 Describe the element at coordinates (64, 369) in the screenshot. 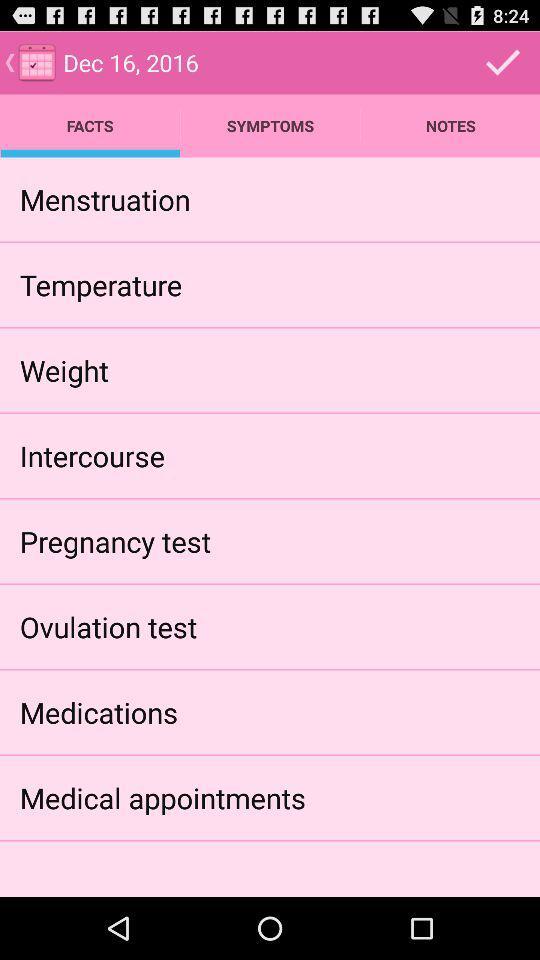

I see `the app below the temperature` at that location.